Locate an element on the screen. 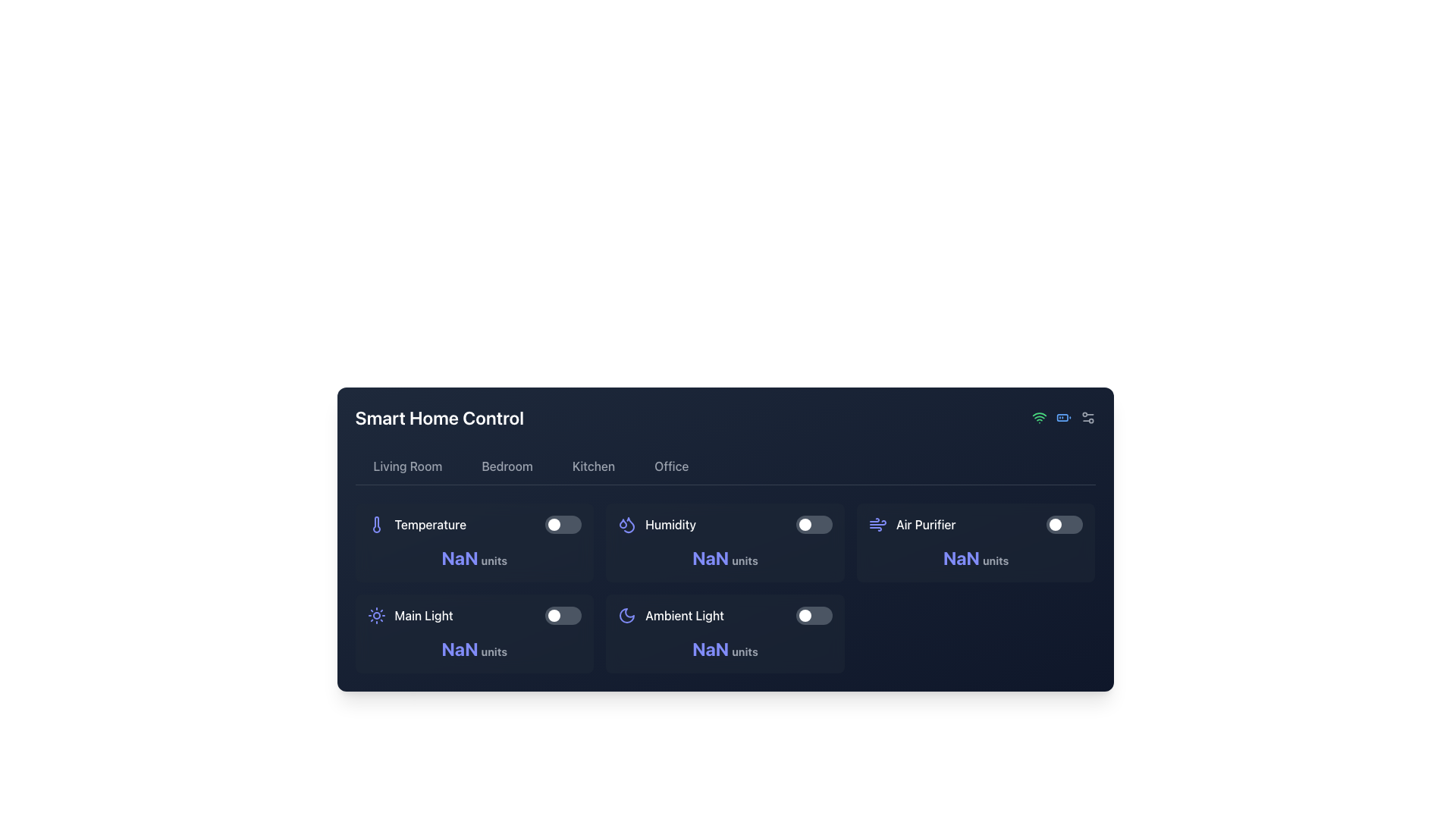  'Ambient Light' icon located in the Smart Home Control interface, positioned to the left of its text label is located at coordinates (627, 616).